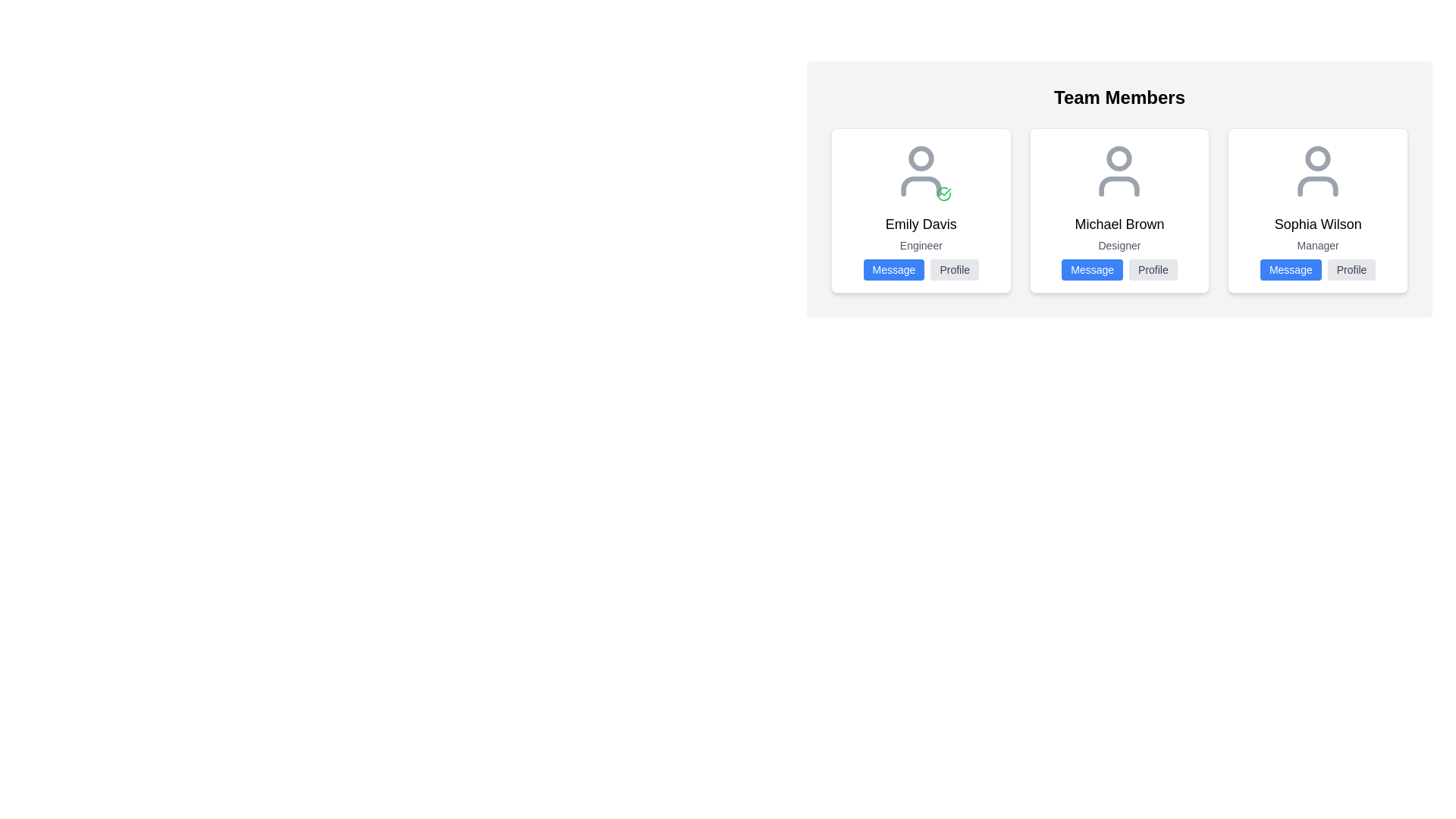 This screenshot has width=1456, height=819. What do you see at coordinates (1119, 158) in the screenshot?
I see `the SVG Circle Element representing the head of the user icon for 'Michael Brown, Designer' in the 'Team Members' section` at bounding box center [1119, 158].